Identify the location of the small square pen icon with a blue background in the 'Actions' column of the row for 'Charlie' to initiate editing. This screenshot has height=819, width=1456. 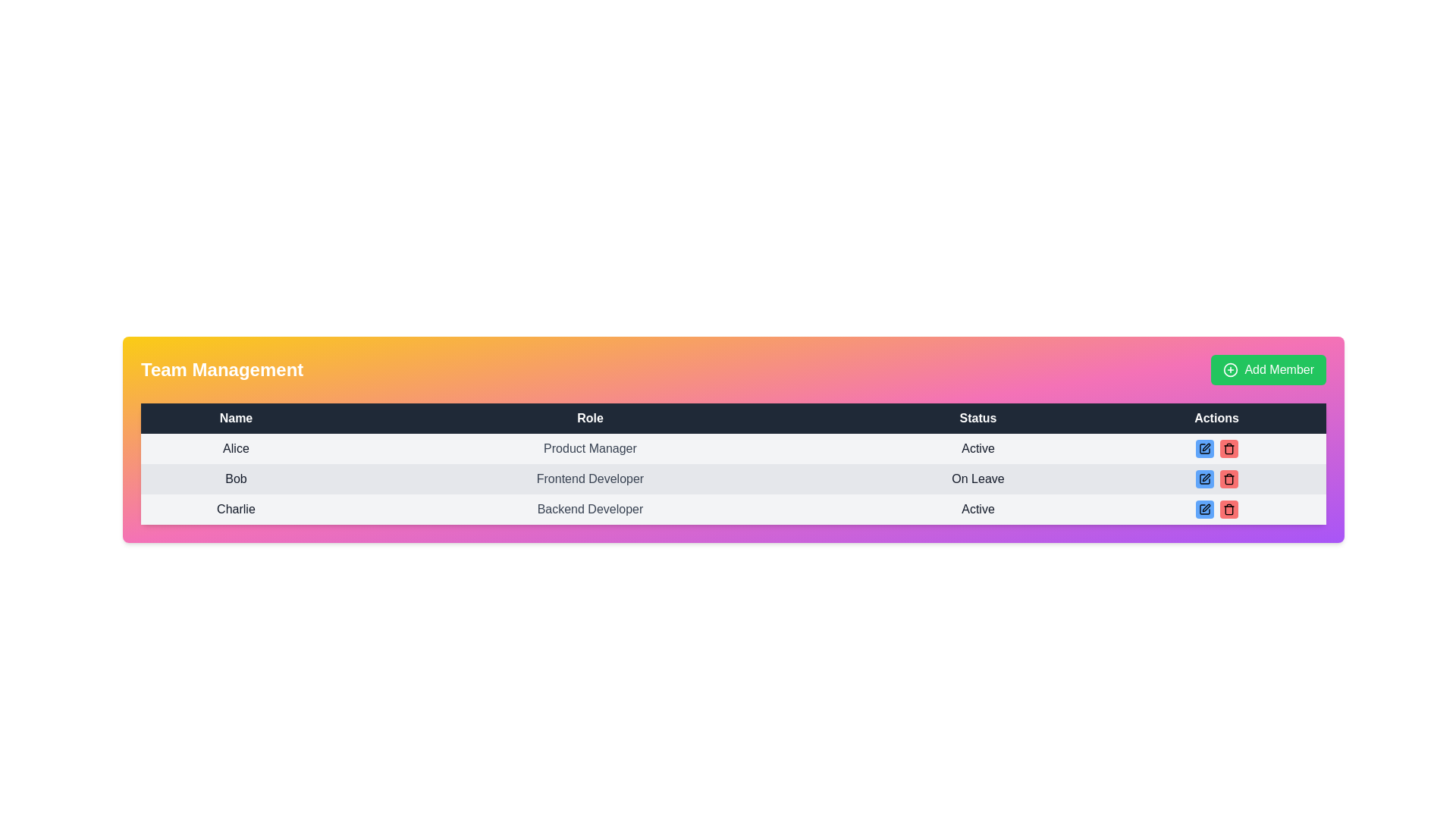
(1203, 509).